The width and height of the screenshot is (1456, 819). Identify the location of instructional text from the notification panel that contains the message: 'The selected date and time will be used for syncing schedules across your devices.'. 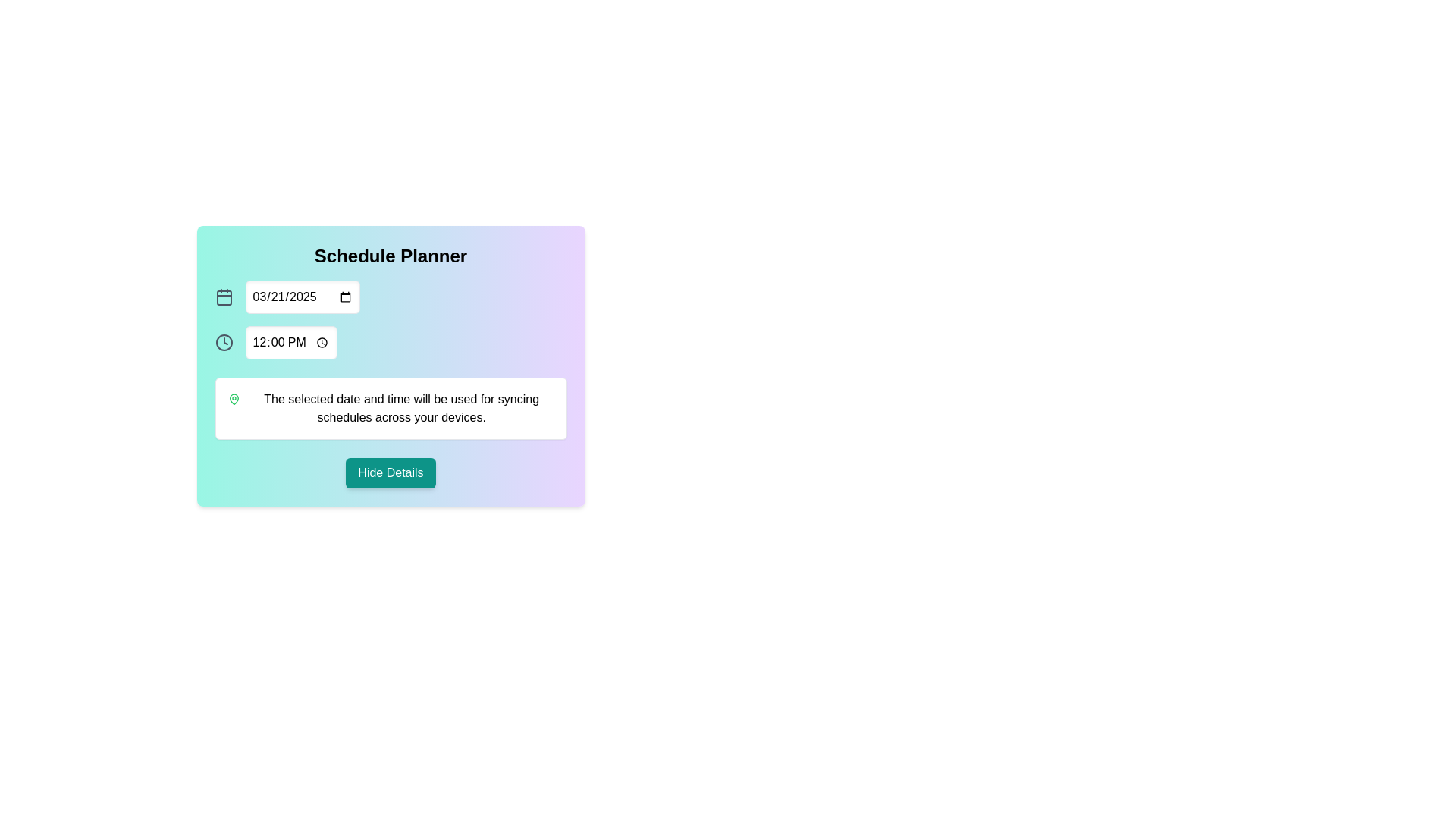
(391, 408).